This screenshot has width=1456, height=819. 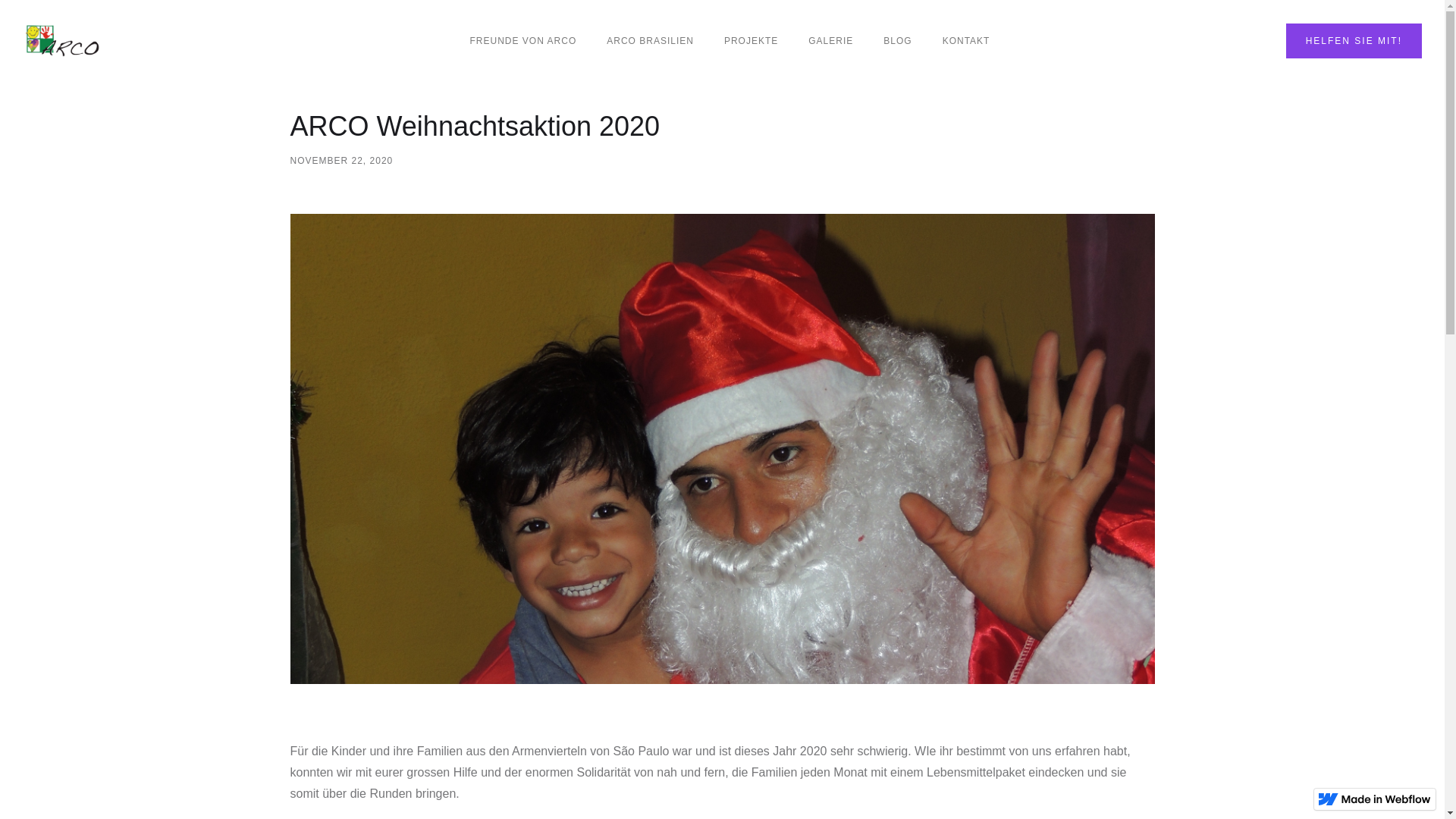 I want to click on 'GALERIE', so click(x=830, y=40).